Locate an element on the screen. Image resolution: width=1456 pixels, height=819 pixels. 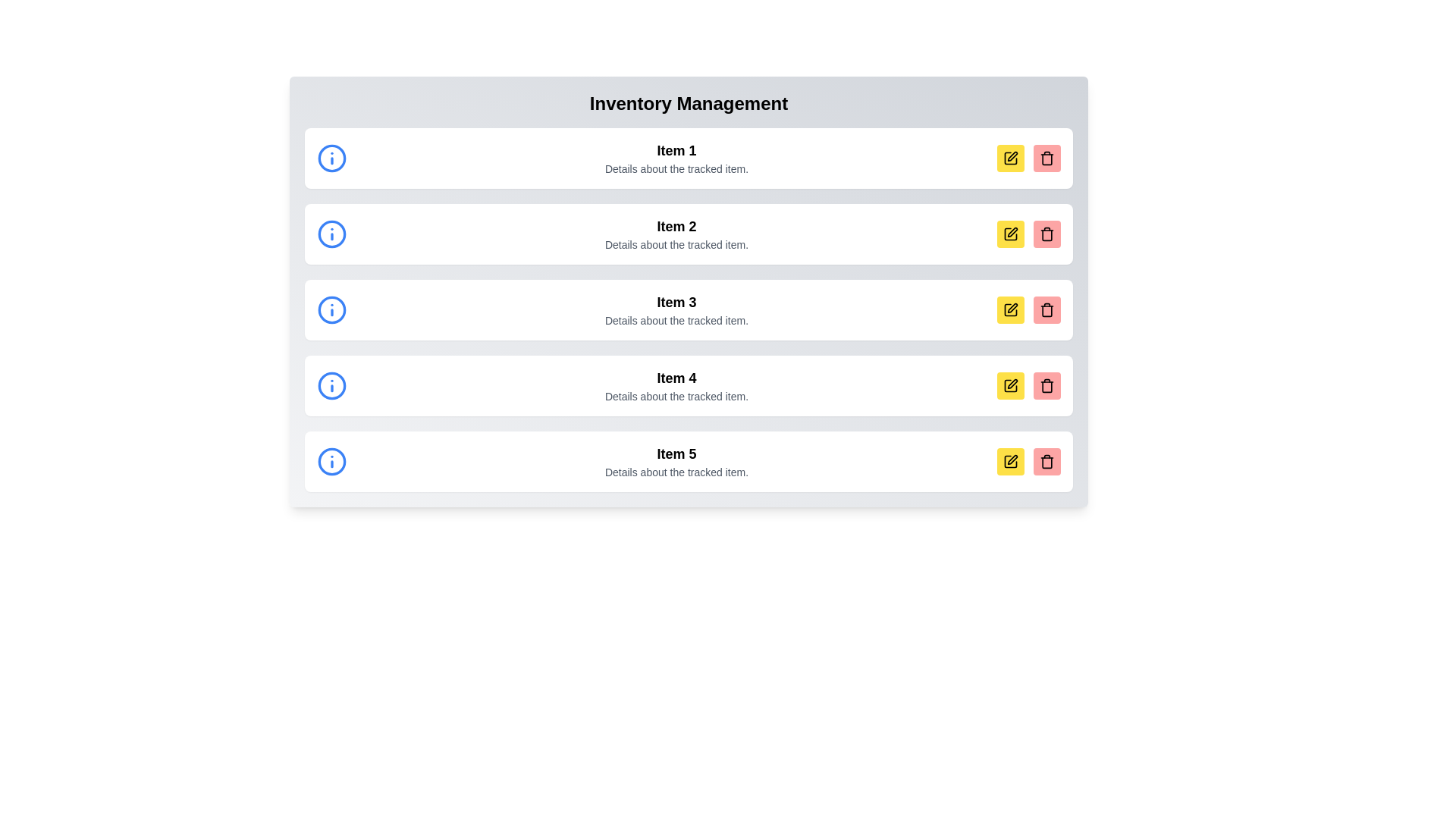
the edit button located in the right-side corner of the row for 'Item 5' is located at coordinates (1011, 461).